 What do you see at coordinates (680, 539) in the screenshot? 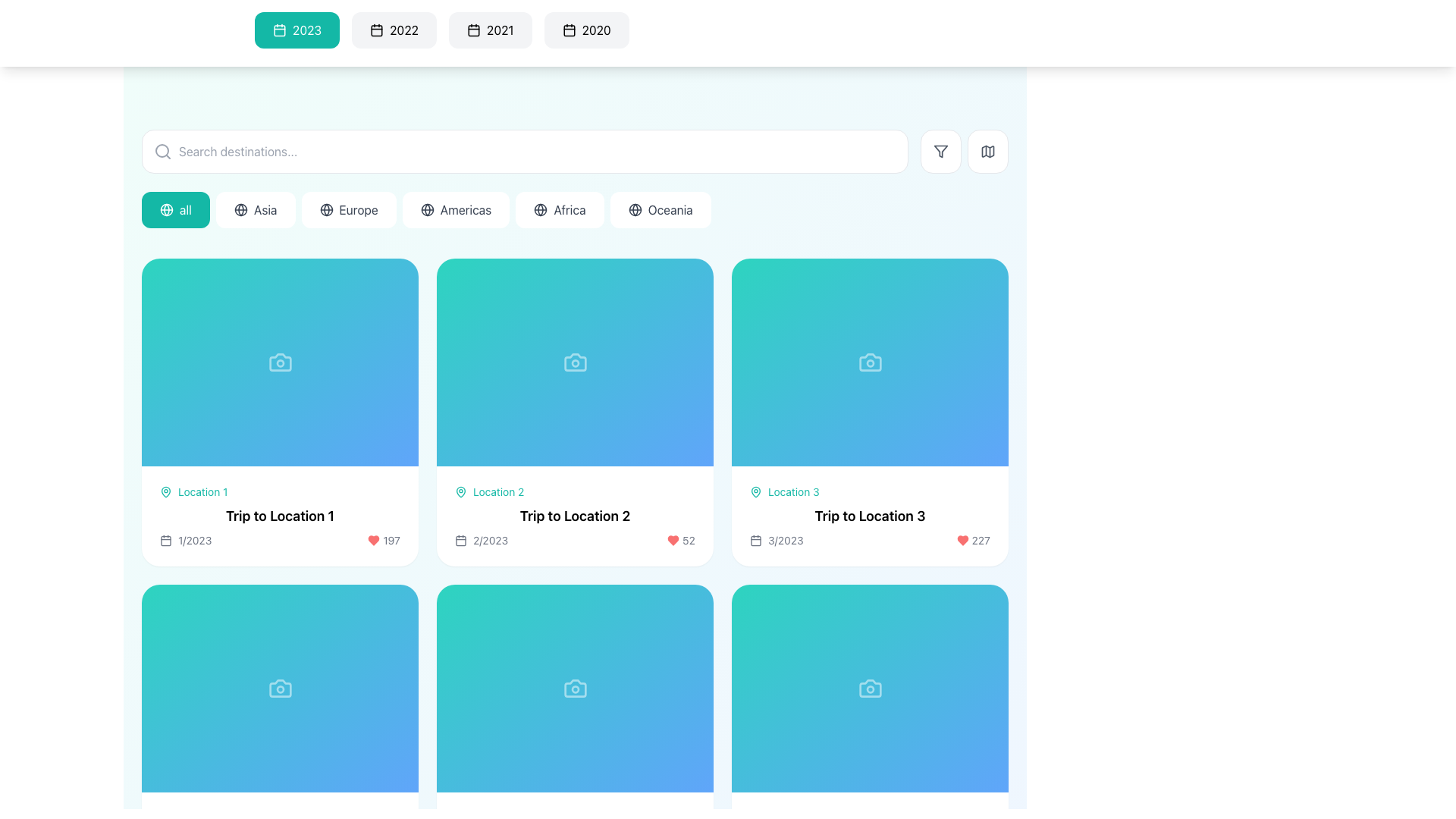
I see `static display element consisting of a red heart icon and the number '52' located in the bottom-right section of the second card in a grid layout` at bounding box center [680, 539].